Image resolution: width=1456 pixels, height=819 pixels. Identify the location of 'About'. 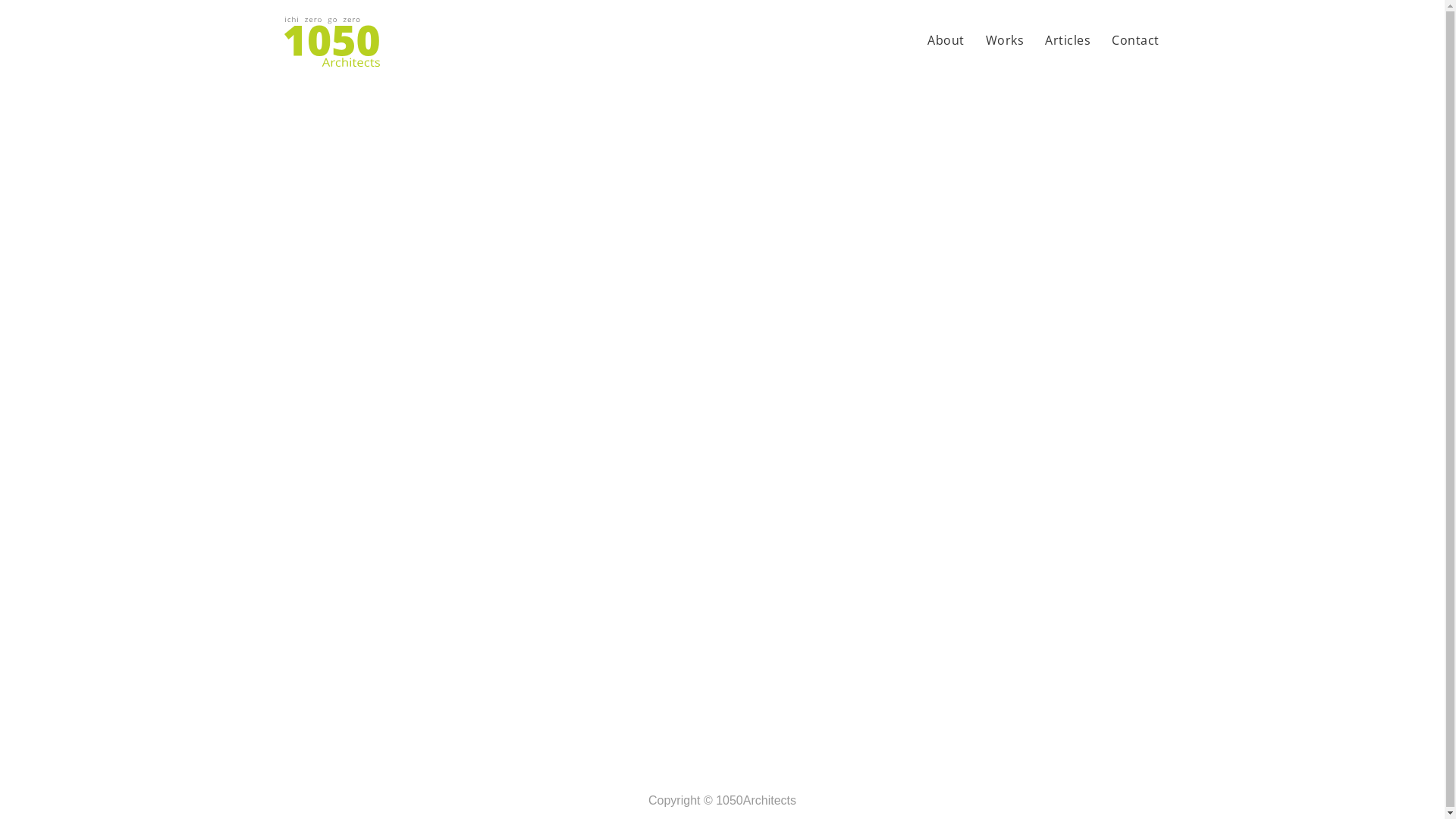
(945, 41).